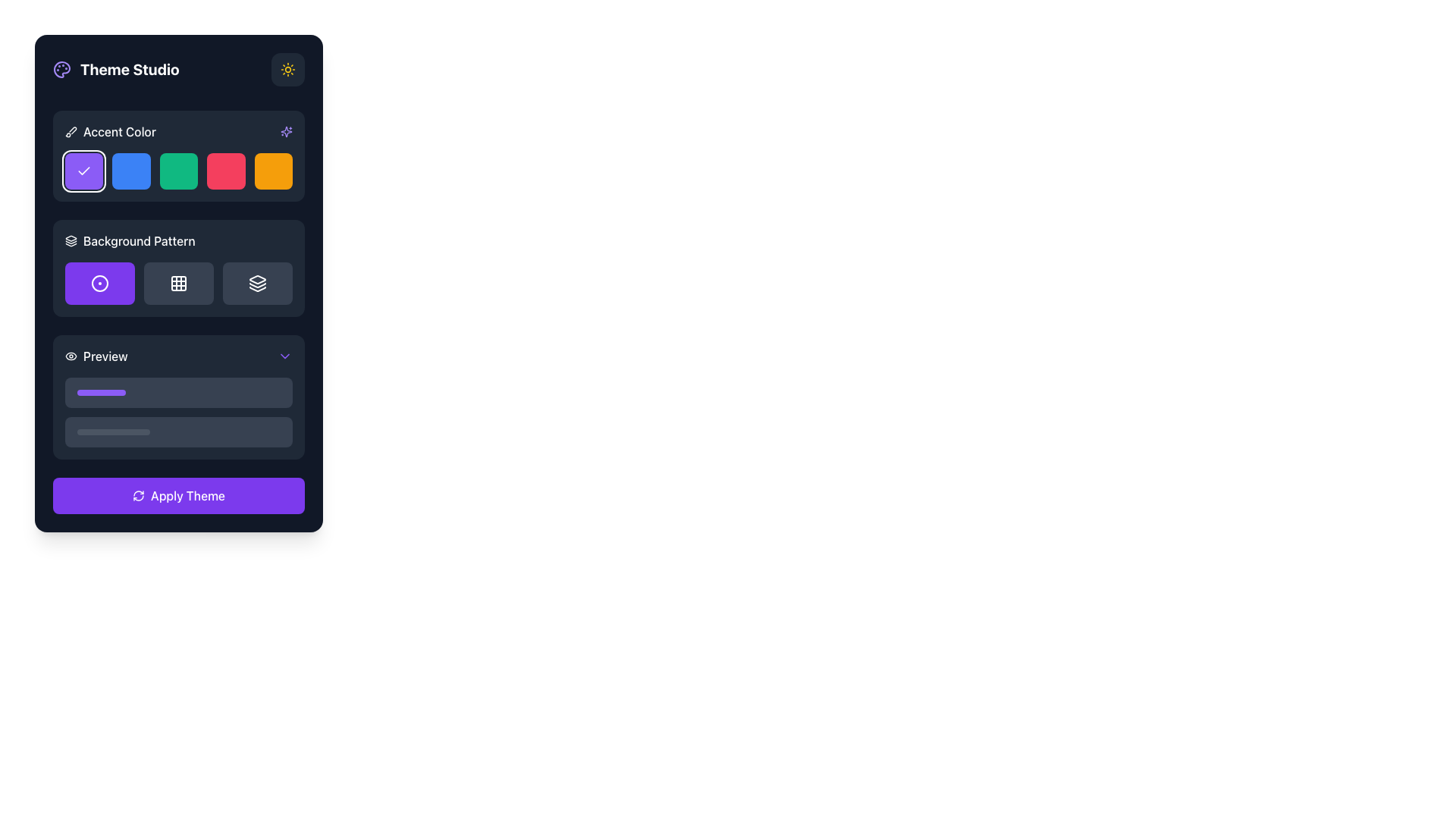 This screenshot has height=819, width=1456. What do you see at coordinates (178, 284) in the screenshot?
I see `the second icon button in the 'Background Pattern' options section` at bounding box center [178, 284].